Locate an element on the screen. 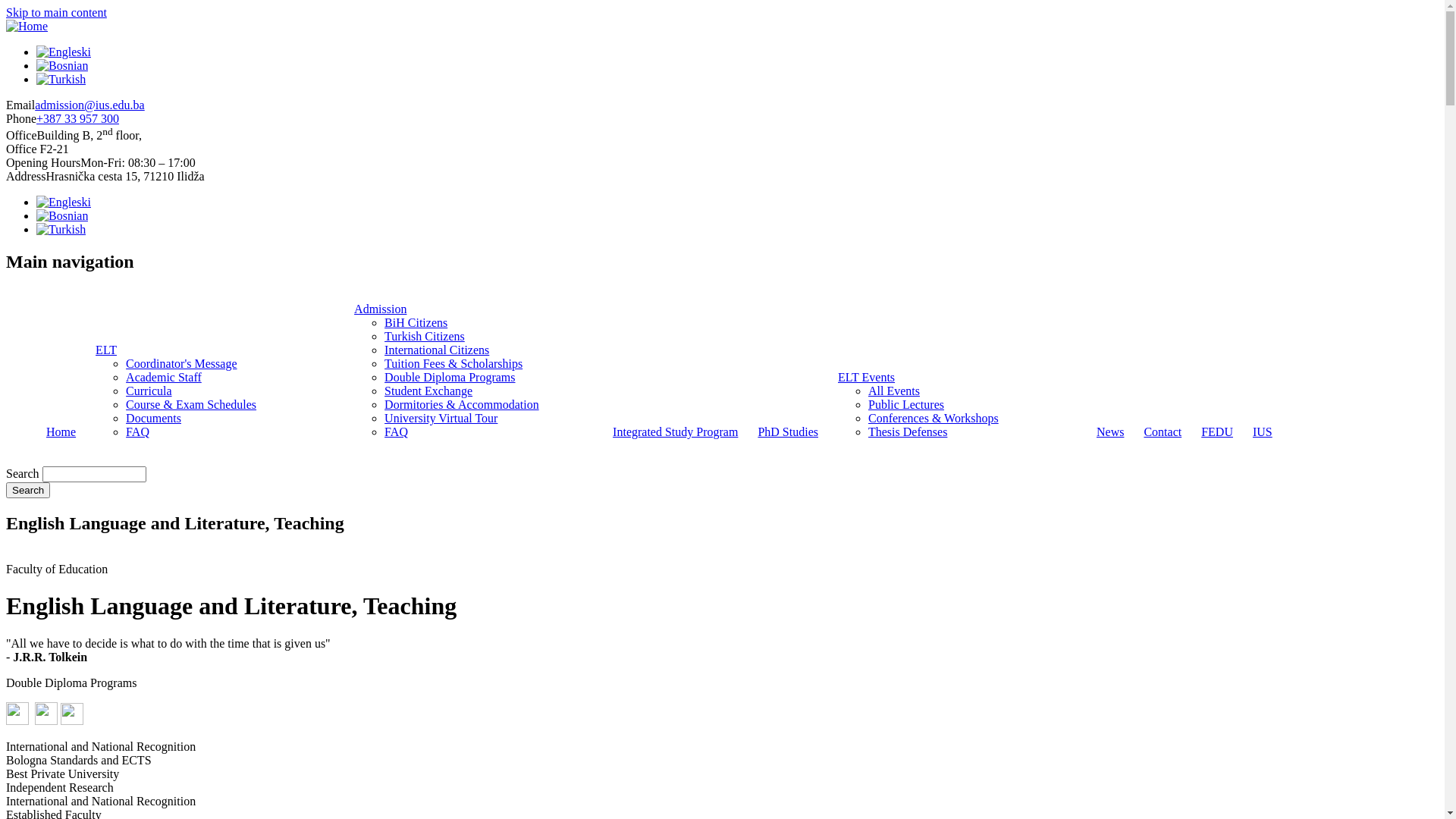 The height and width of the screenshot is (819, 1456). 'Turkish' is located at coordinates (61, 79).